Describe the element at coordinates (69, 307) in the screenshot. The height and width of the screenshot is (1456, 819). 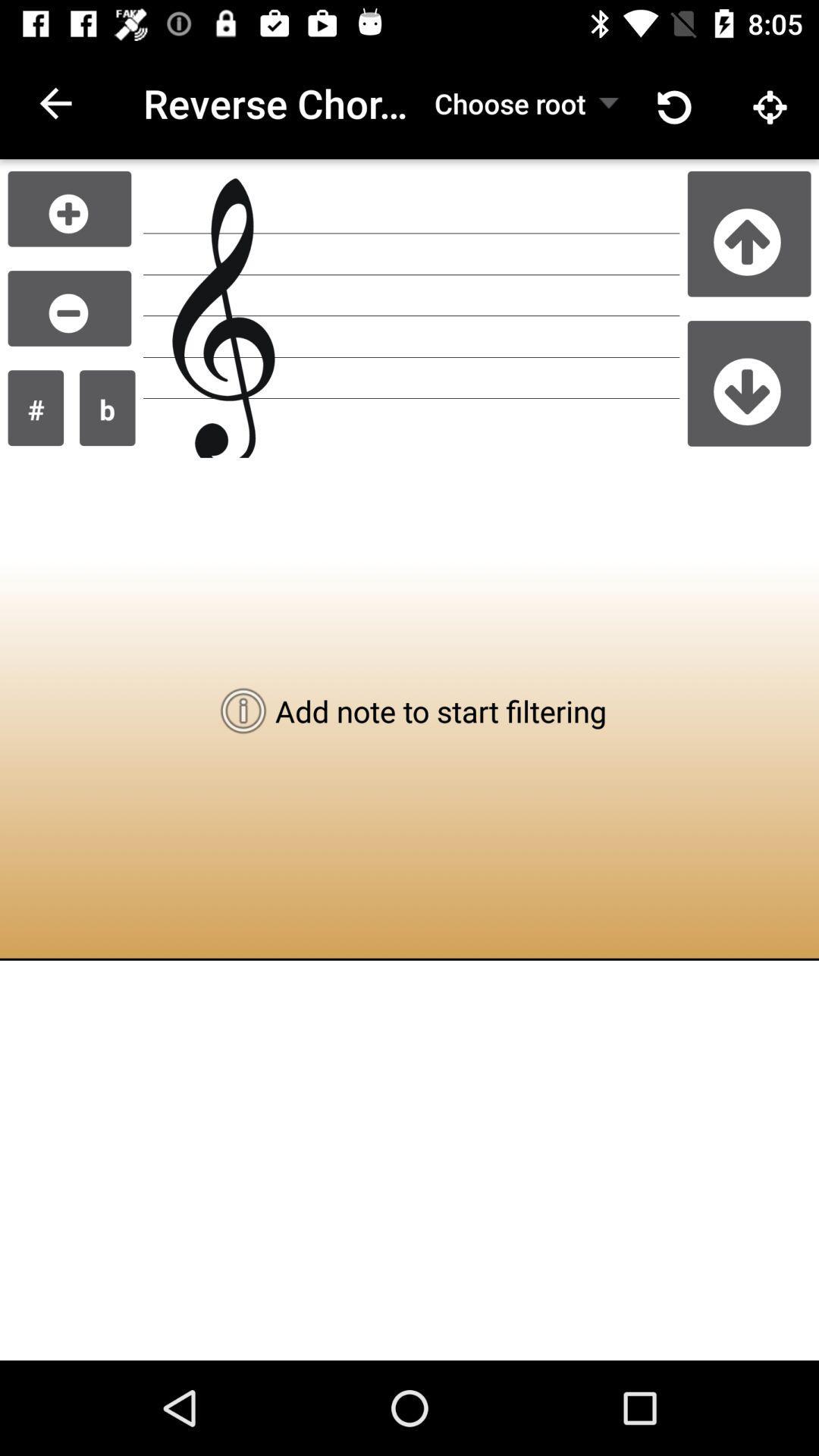
I see `the minus icon` at that location.